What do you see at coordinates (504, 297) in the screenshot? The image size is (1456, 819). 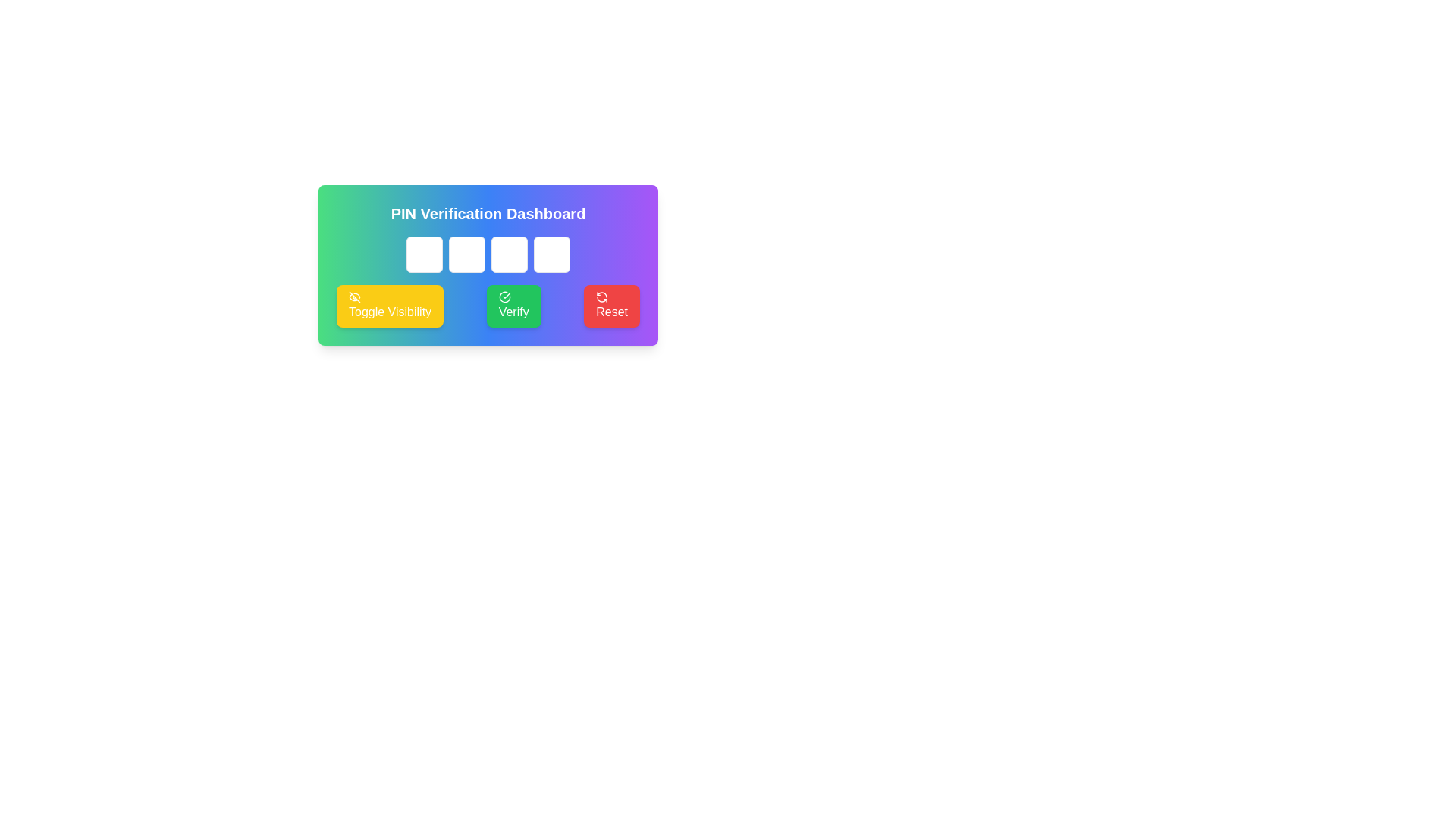 I see `the circular checkmark icon that is centrally positioned within the green 'Verify' button` at bounding box center [504, 297].